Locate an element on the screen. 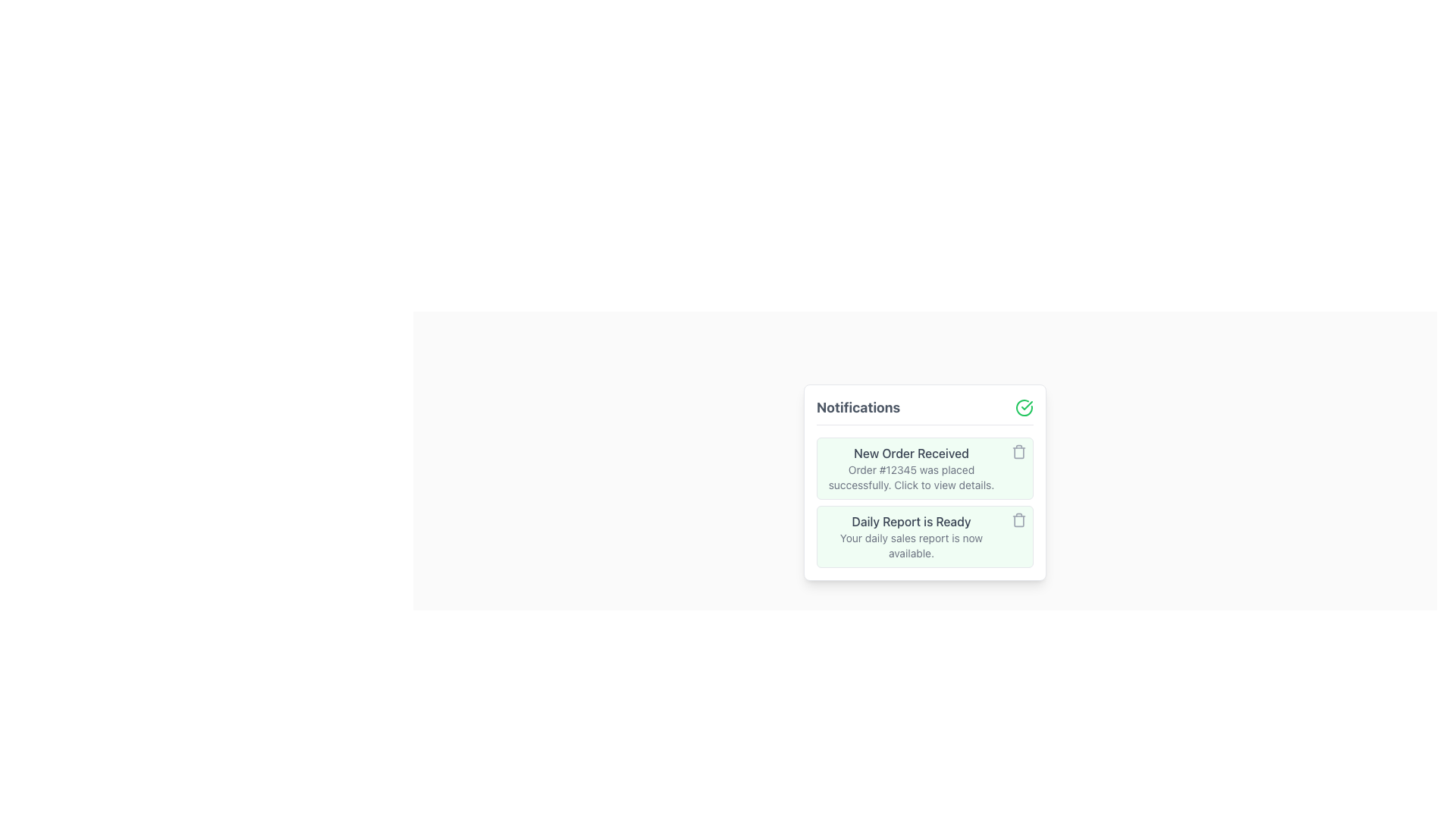  text label that says 'Order #12345 was placed successfully. Click to view details.' which is located beneath the heading 'New Order Received' in the notification panel is located at coordinates (910, 476).